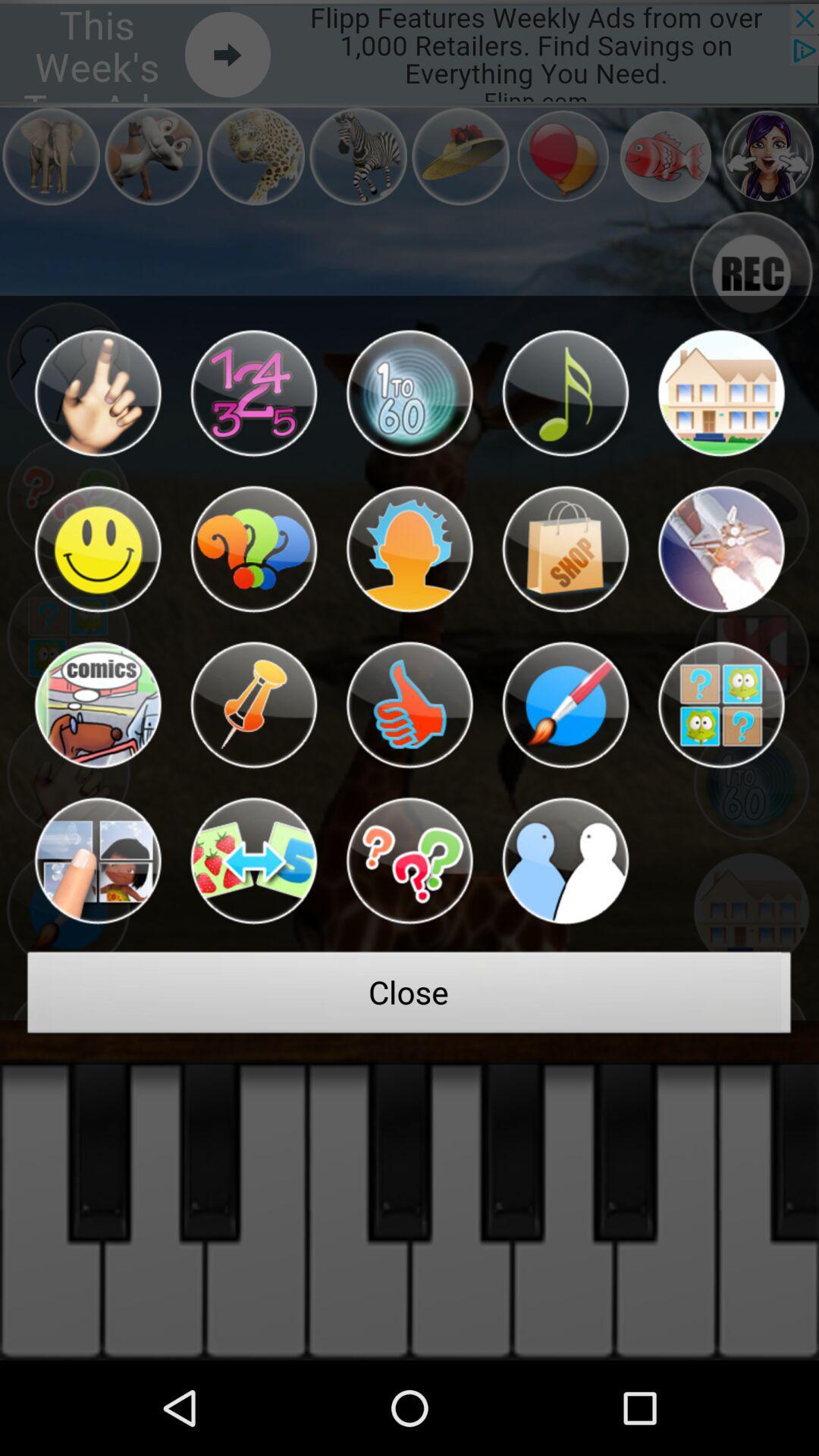 The image size is (819, 1456). I want to click on this icon, so click(97, 548).